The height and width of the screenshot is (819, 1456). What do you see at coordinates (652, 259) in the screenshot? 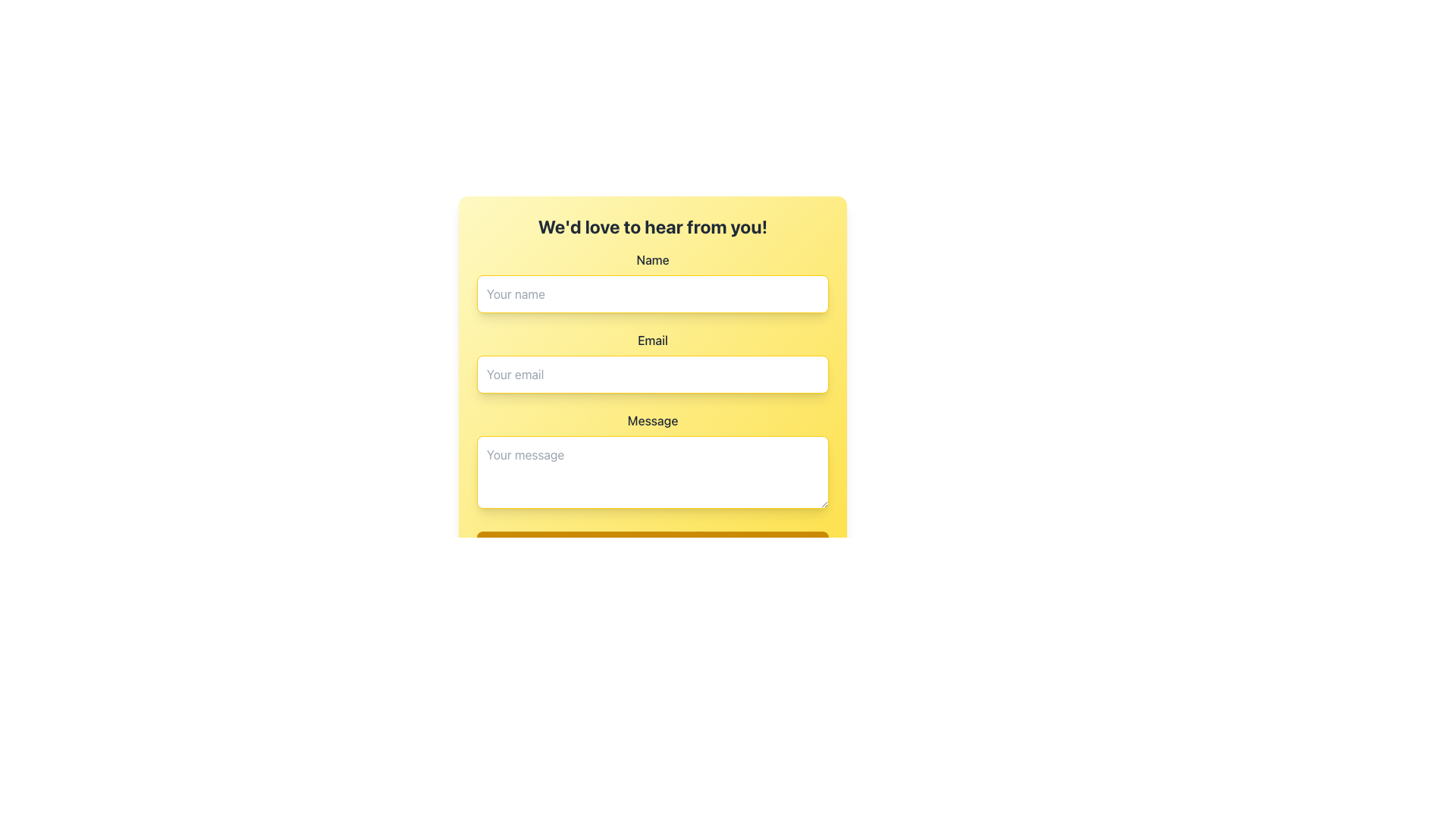
I see `the Text Label that identifies the input field for entering a name, positioned above the corresponding input field with the placeholder 'Your name.'` at bounding box center [652, 259].